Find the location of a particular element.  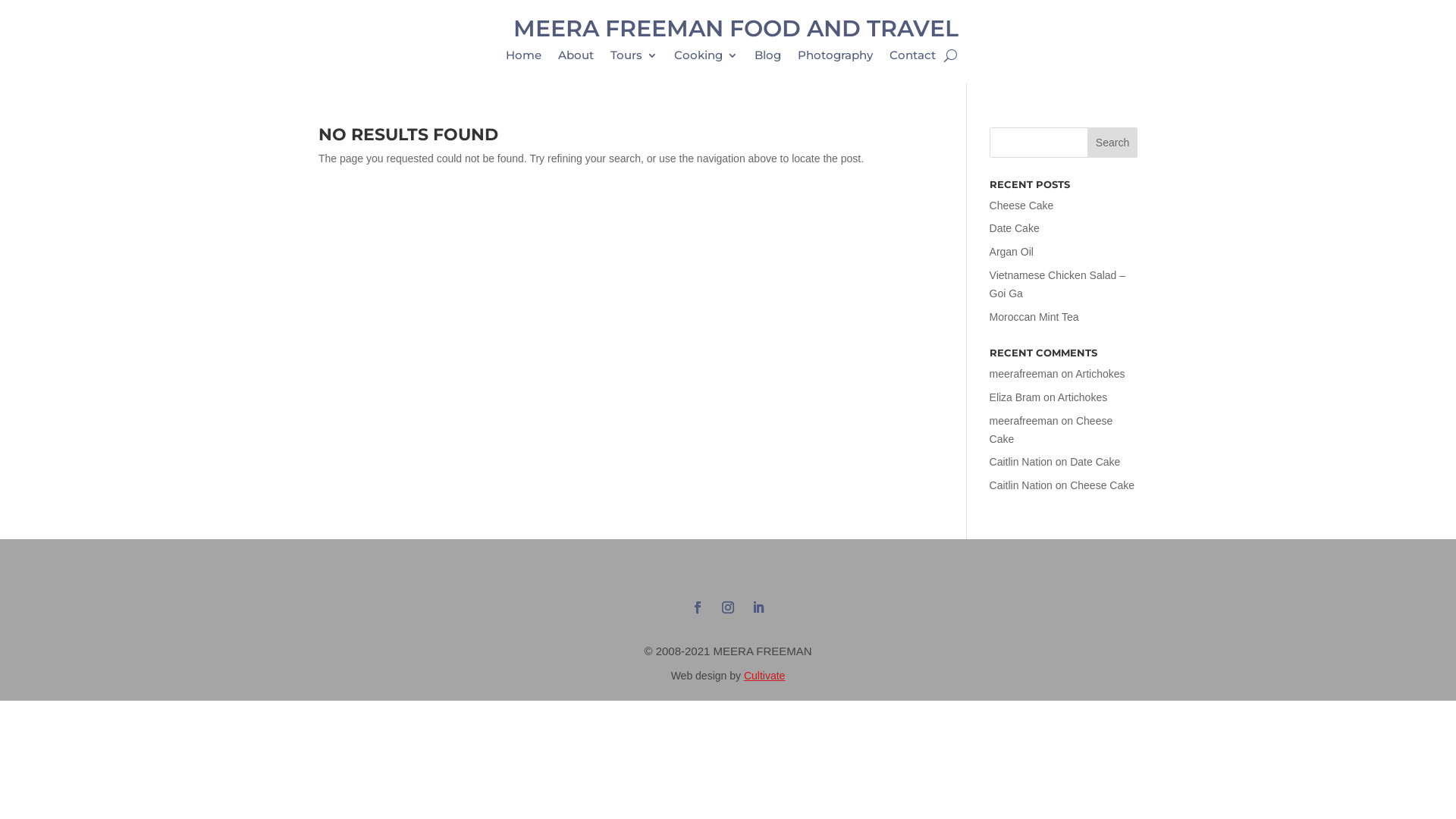

'meerafreeman' is located at coordinates (1024, 374).